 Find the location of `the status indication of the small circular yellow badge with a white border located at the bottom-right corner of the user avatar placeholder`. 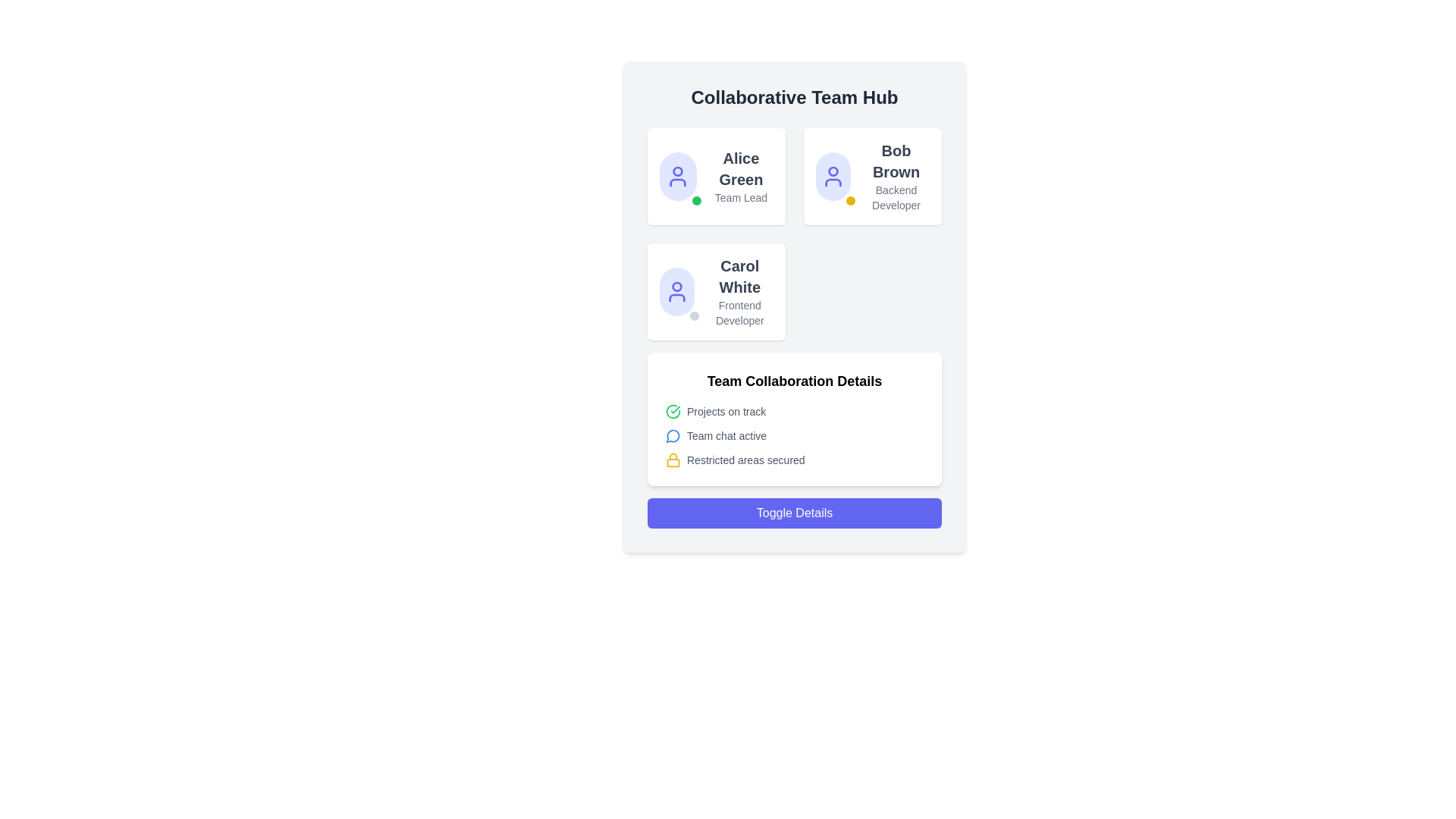

the status indication of the small circular yellow badge with a white border located at the bottom-right corner of the user avatar placeholder is located at coordinates (851, 200).